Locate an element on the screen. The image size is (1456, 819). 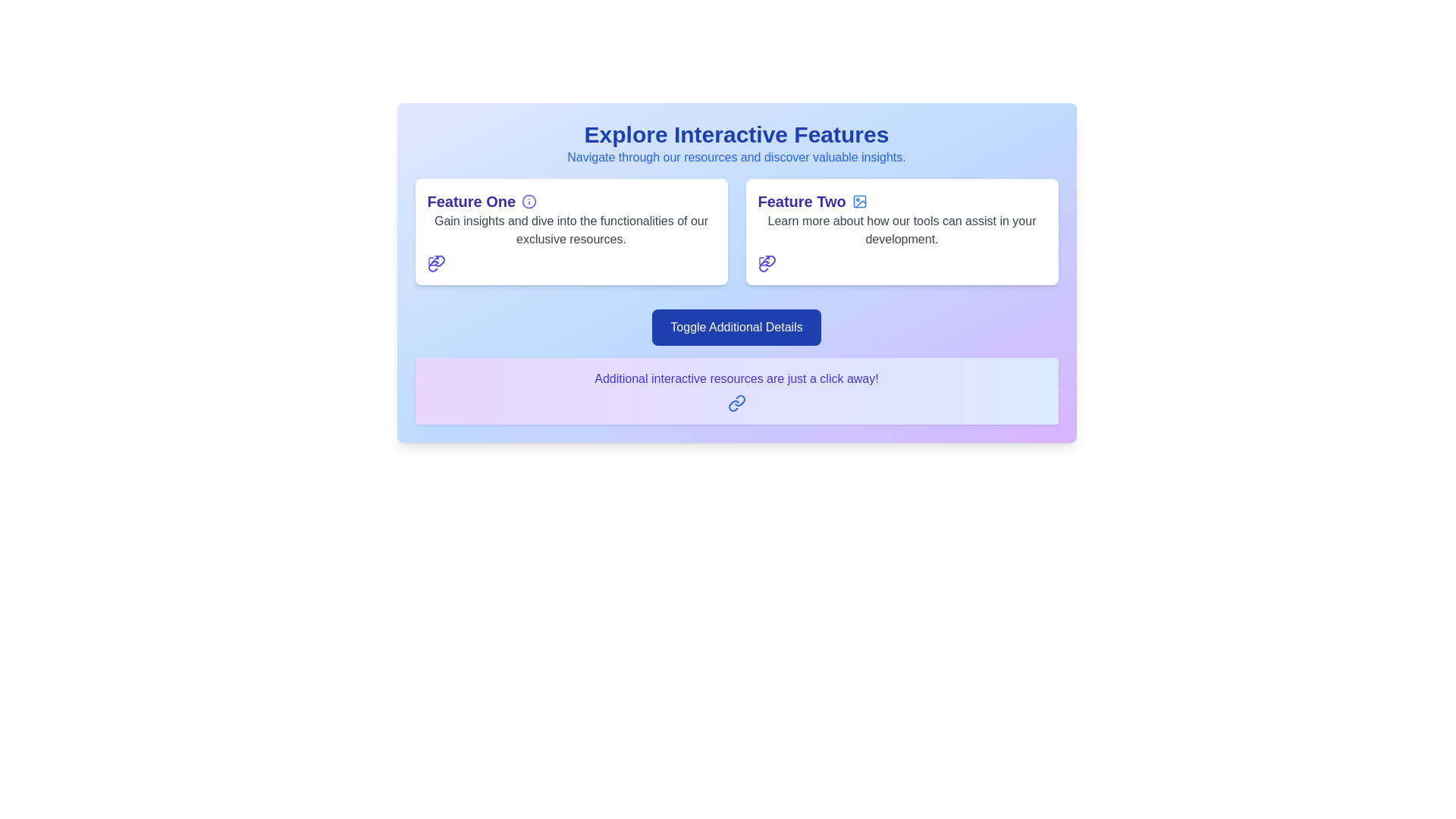
the circular icon located near the title of the text block labeled 'Feature One', which is styled to indicate an informational or interactive state is located at coordinates (529, 201).